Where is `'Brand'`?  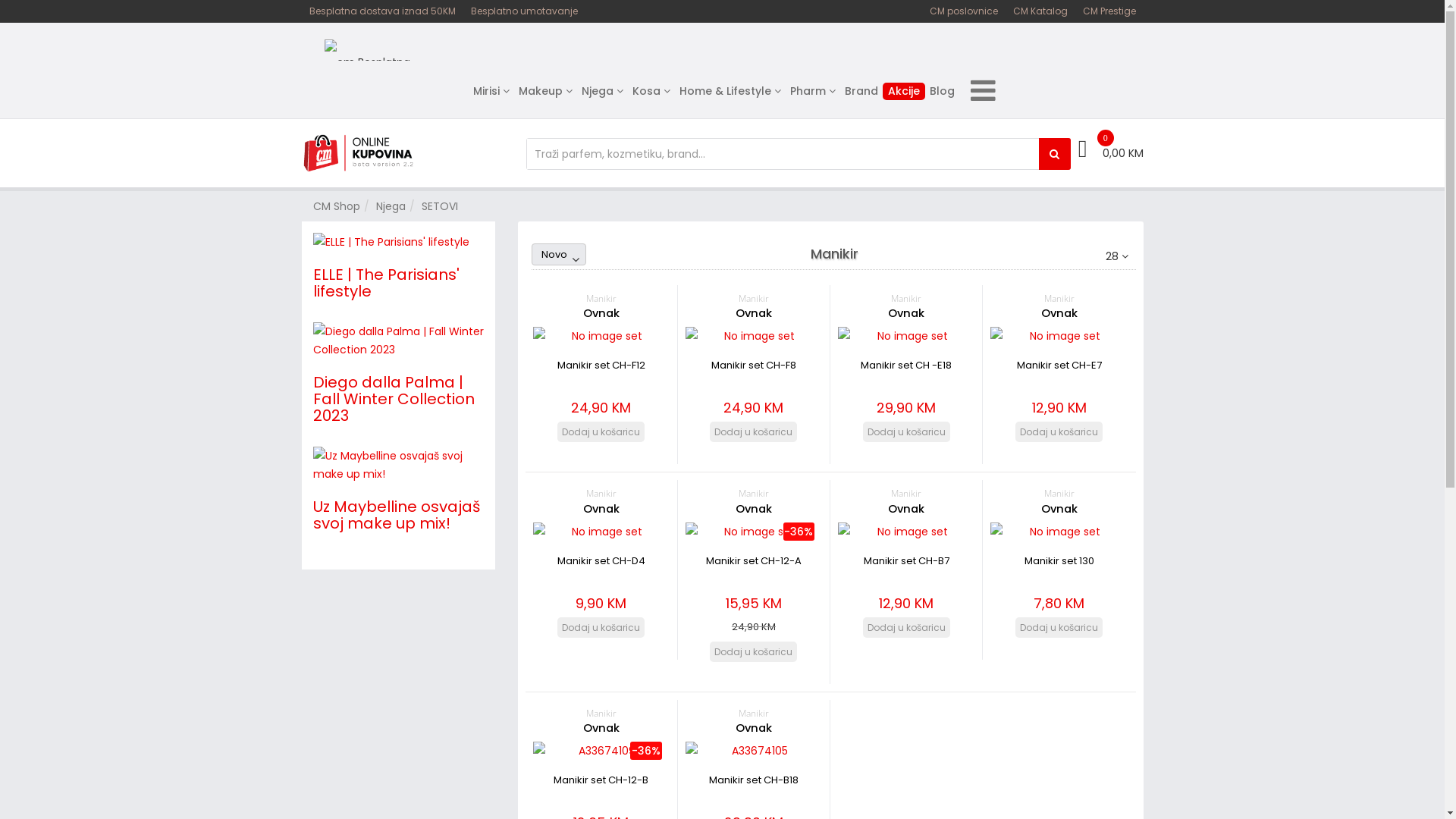
'Brand' is located at coordinates (861, 91).